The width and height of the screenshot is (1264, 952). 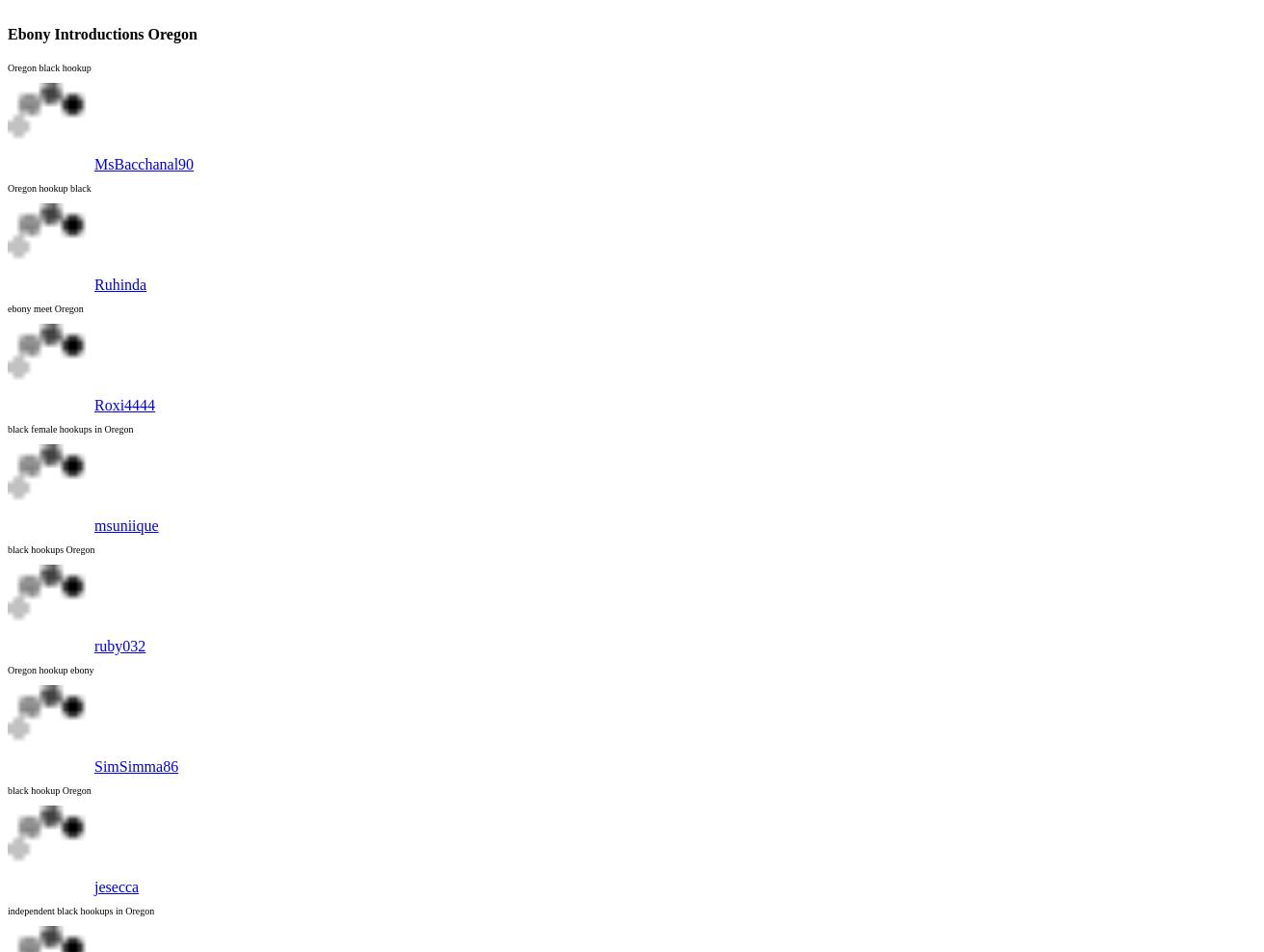 I want to click on 'Oregon hookup ebony', so click(x=50, y=670).